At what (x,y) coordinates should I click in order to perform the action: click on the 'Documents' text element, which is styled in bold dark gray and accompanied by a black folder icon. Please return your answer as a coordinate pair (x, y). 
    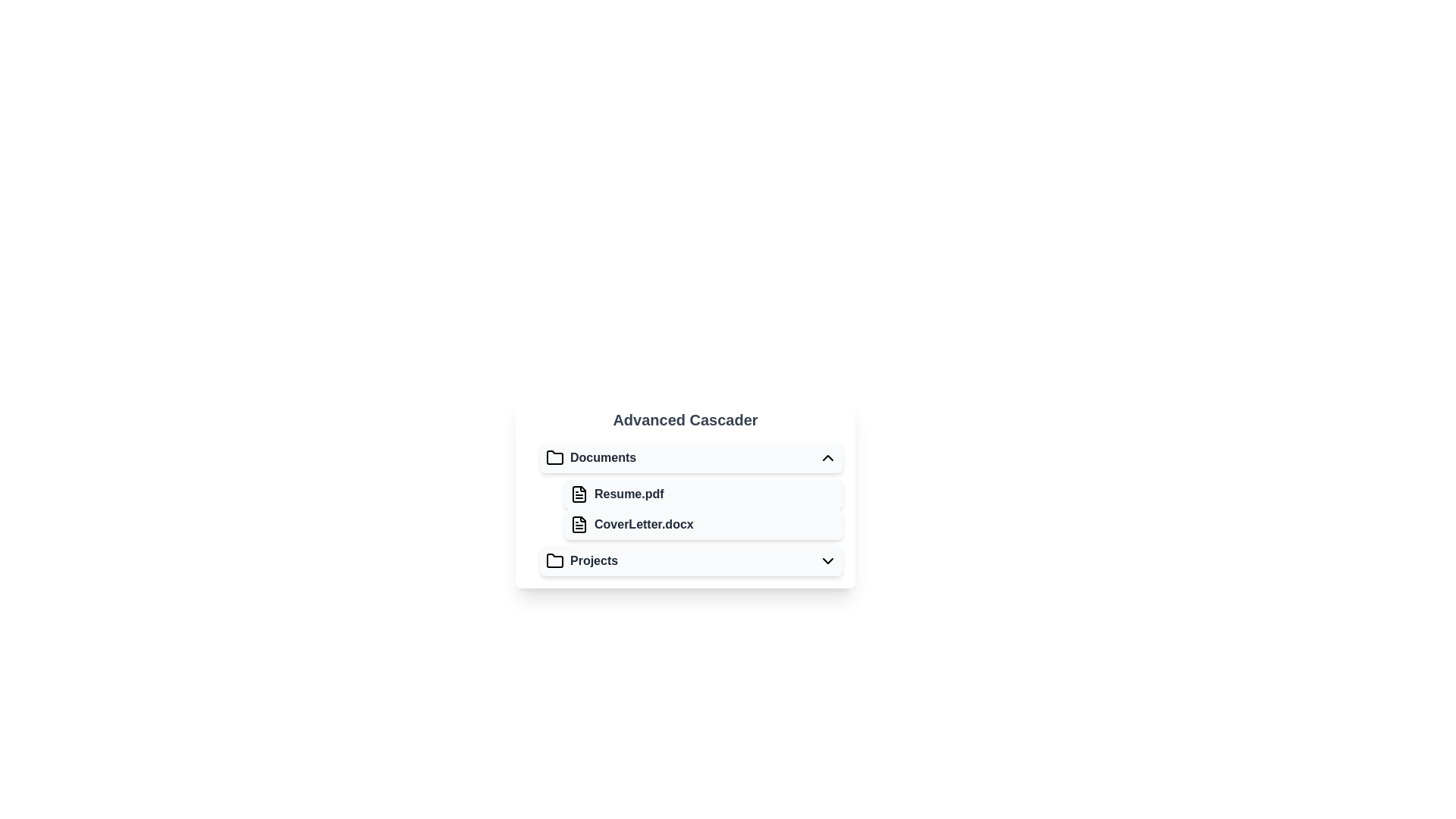
    Looking at the image, I should click on (590, 457).